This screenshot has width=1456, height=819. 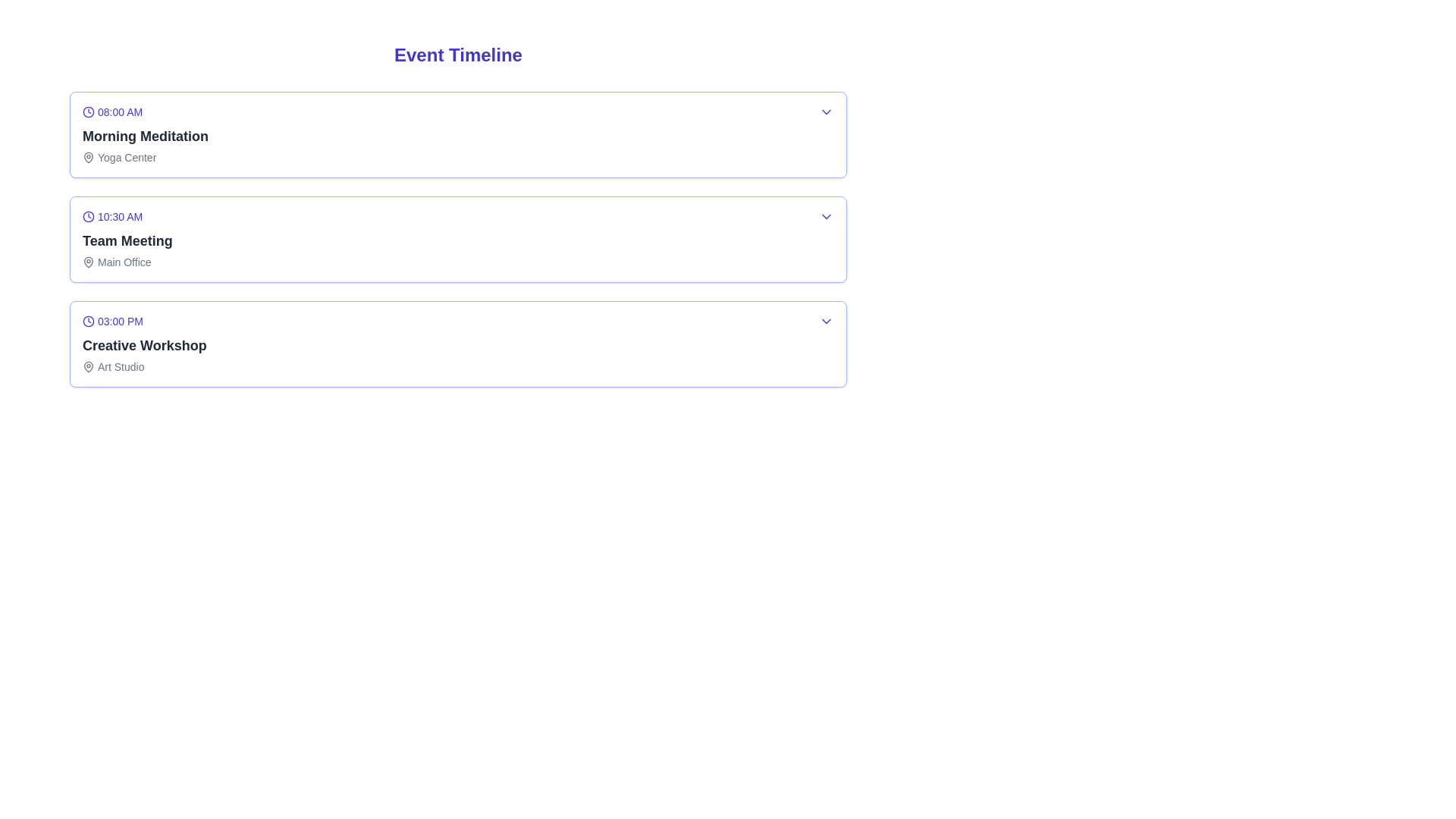 I want to click on the 'Team Meeting' text label, which is styled with a larger bold font and dark gray color, positioned below '10:30 AM' and above 'Main Office' in the second event block, so click(x=127, y=240).